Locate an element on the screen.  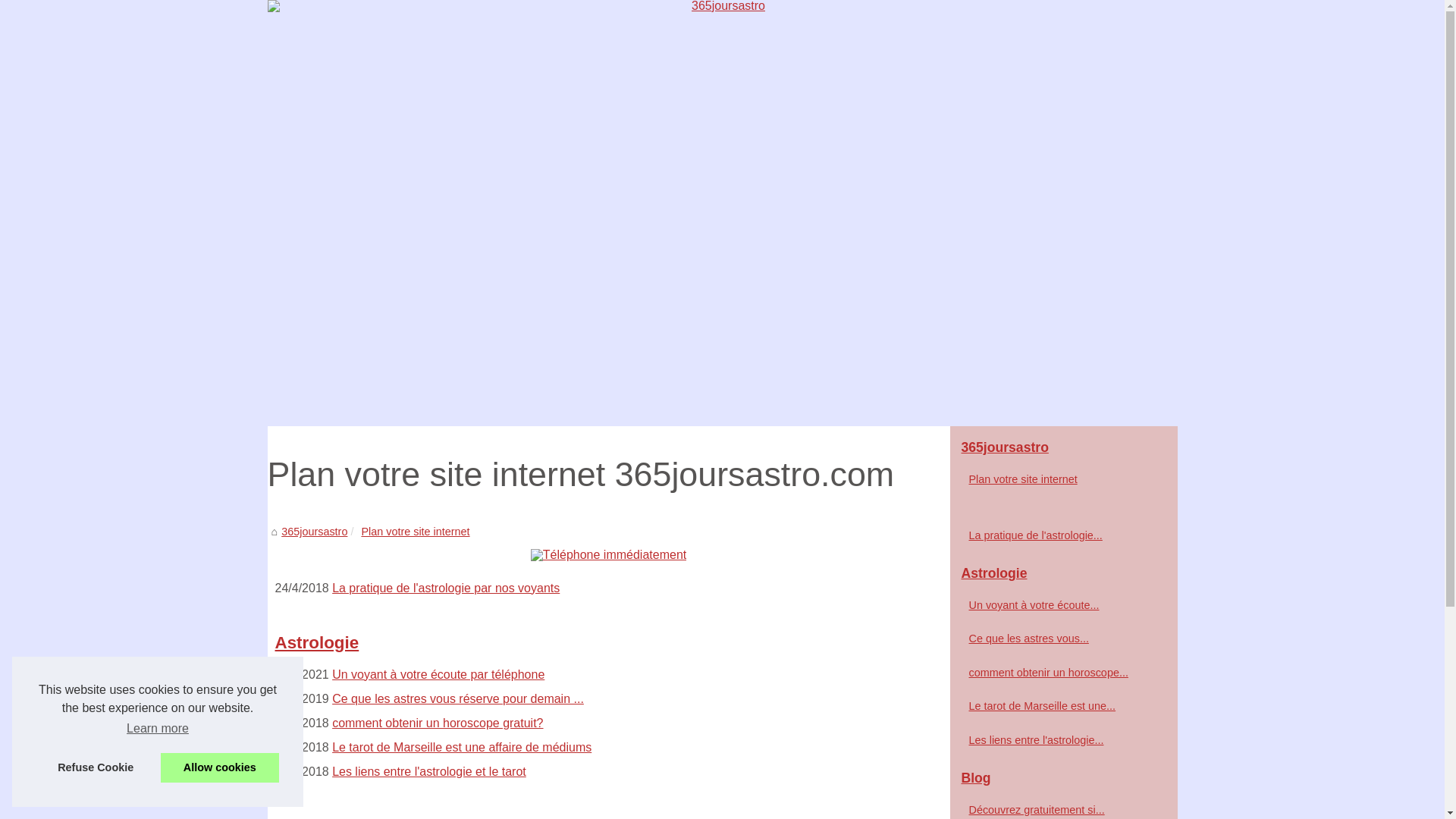
'Allow cookies' is located at coordinates (218, 767).